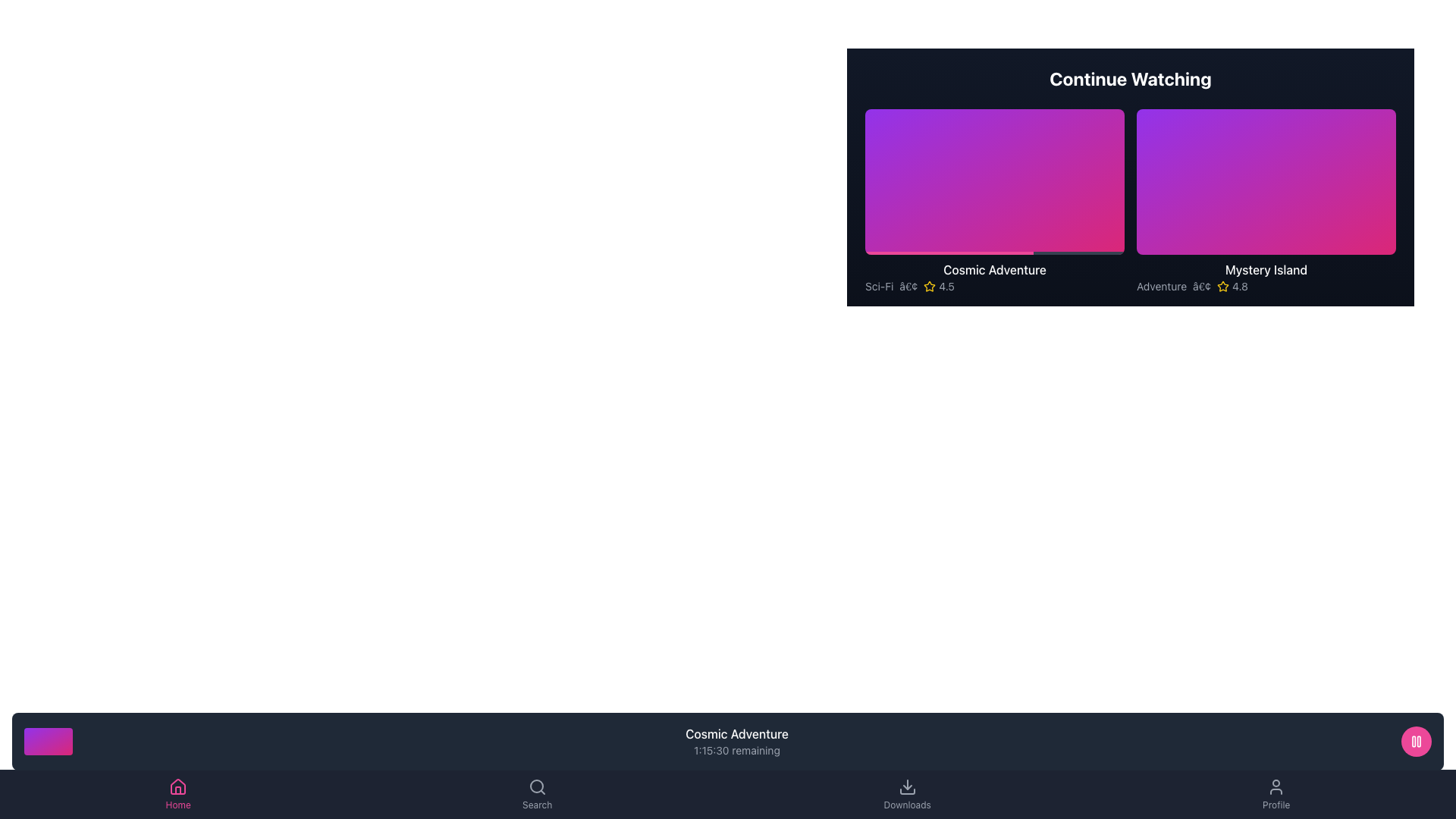 Image resolution: width=1456 pixels, height=819 pixels. I want to click on rating value displayed as '4.5' on the Text Label, which is positioned to the right of a star icon in the 'Continue Watching' section, so click(946, 287).